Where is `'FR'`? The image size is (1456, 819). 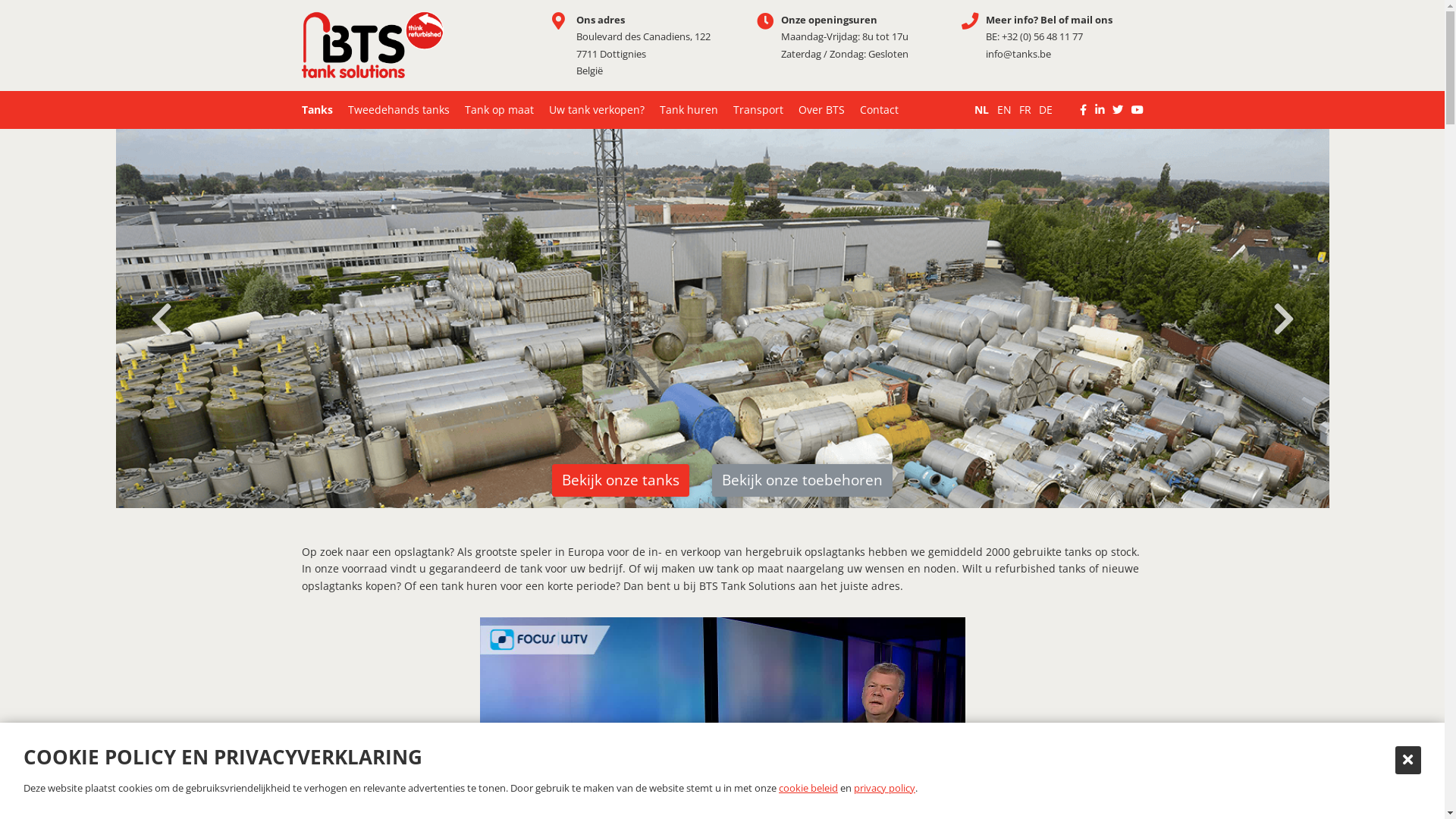 'FR' is located at coordinates (1019, 109).